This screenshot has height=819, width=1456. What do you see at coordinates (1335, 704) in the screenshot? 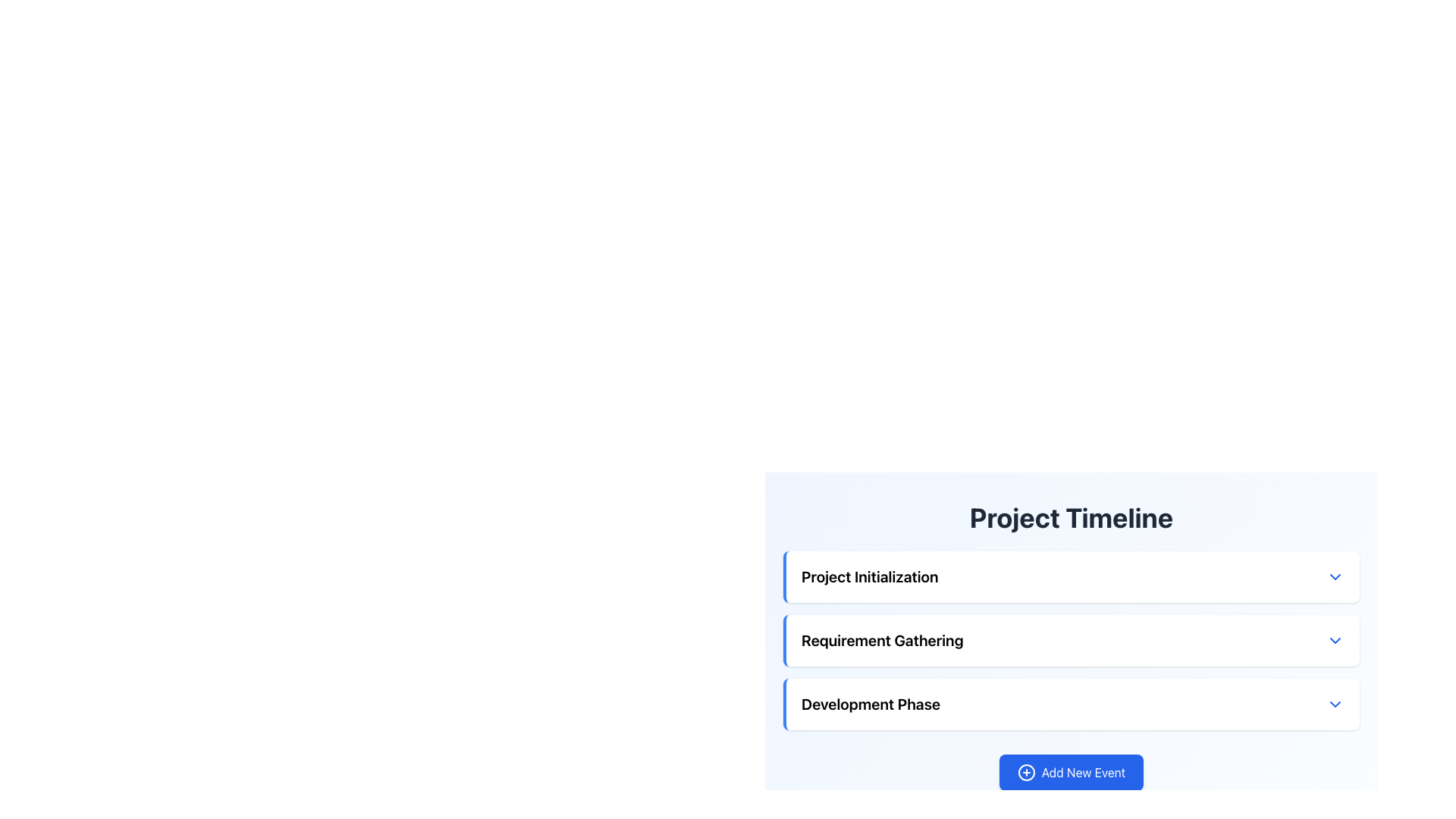
I see `the dropdown toggle icon located at the far right of the 'Development Phase' section` at bounding box center [1335, 704].